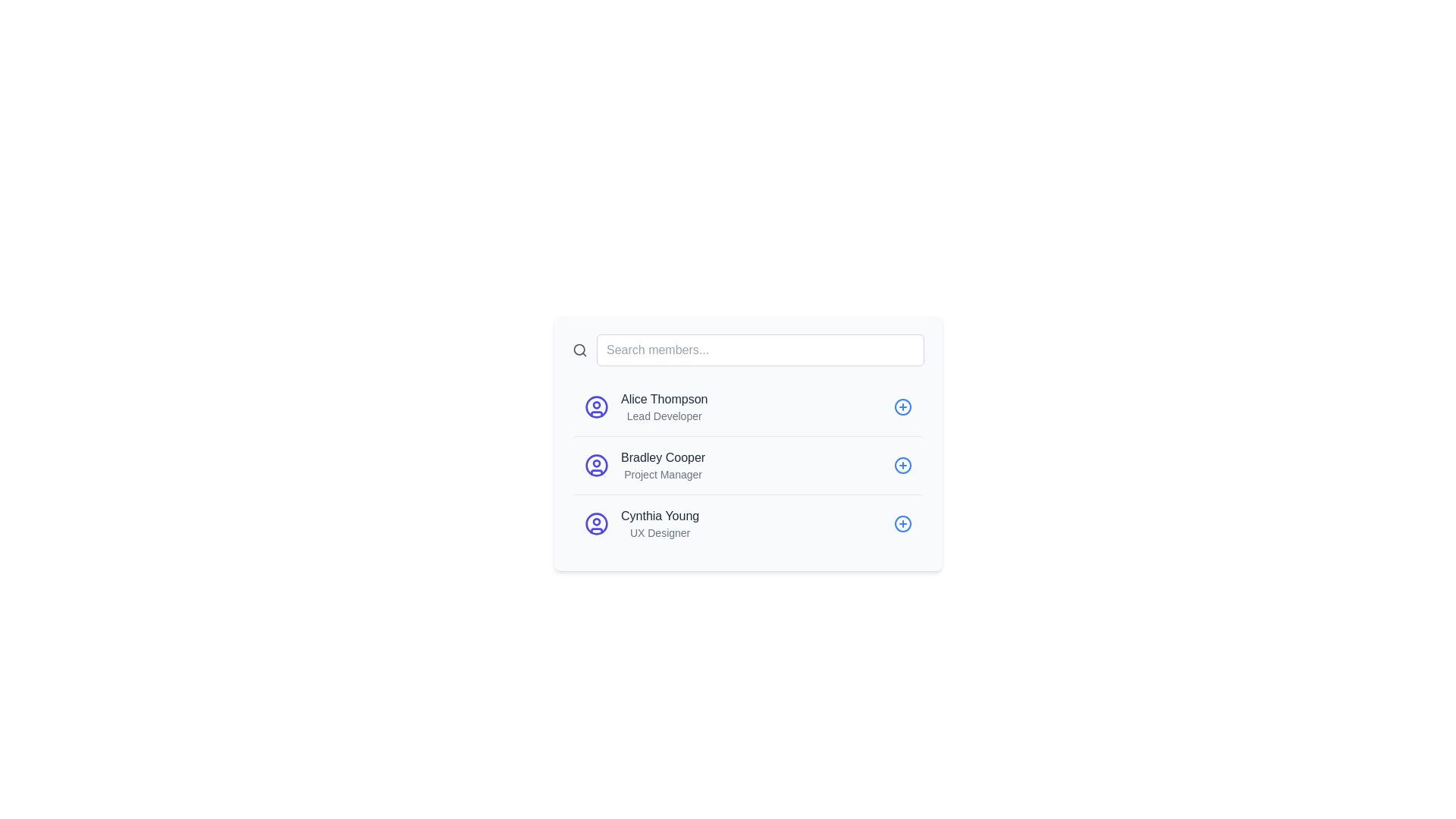 This screenshot has height=819, width=1456. Describe the element at coordinates (596, 406) in the screenshot. I see `the Avatar icon representing user 'Alice Thompson', which is the first item` at that location.